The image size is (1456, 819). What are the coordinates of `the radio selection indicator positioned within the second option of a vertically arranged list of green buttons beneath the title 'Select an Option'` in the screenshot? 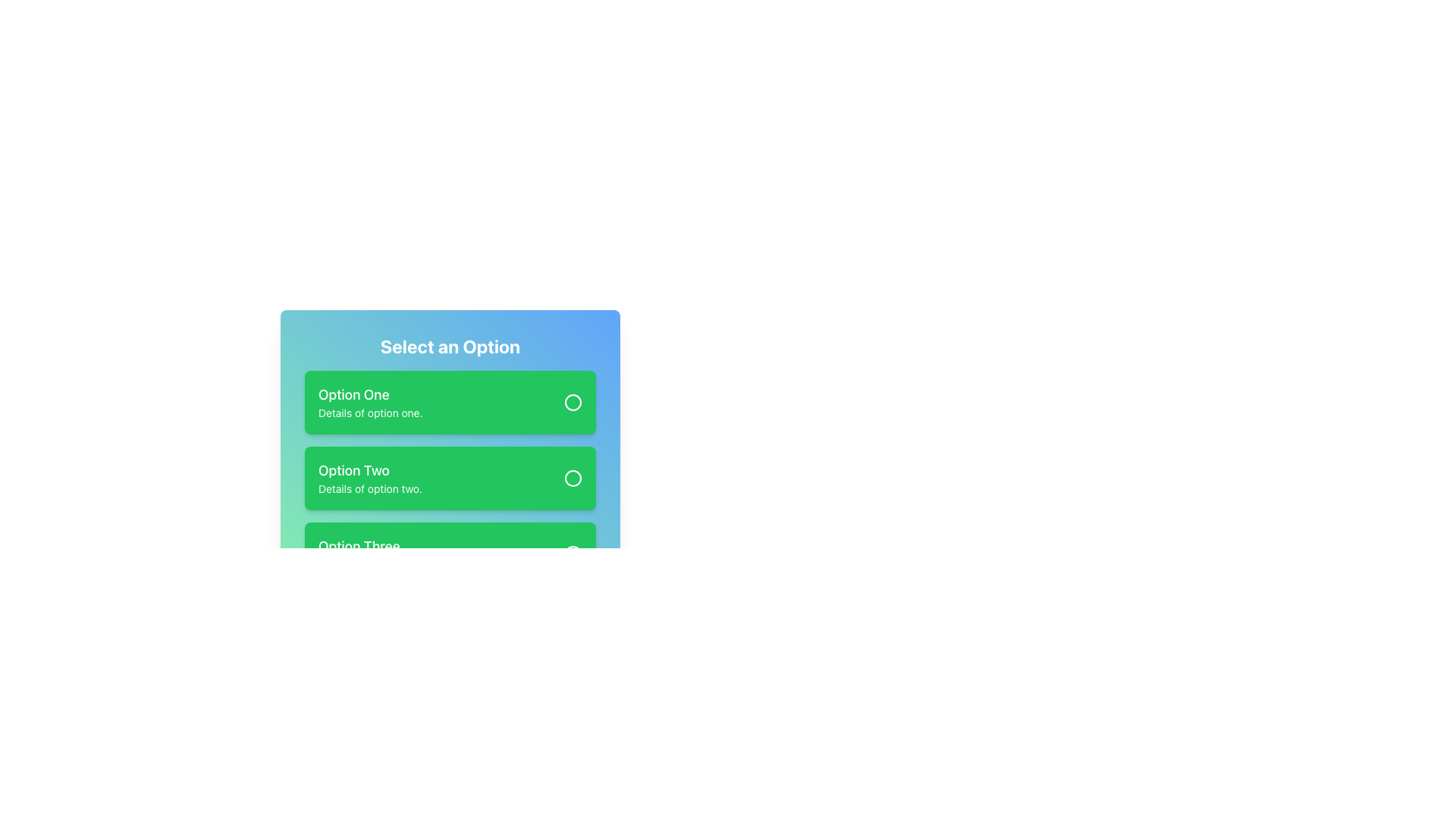 It's located at (572, 479).